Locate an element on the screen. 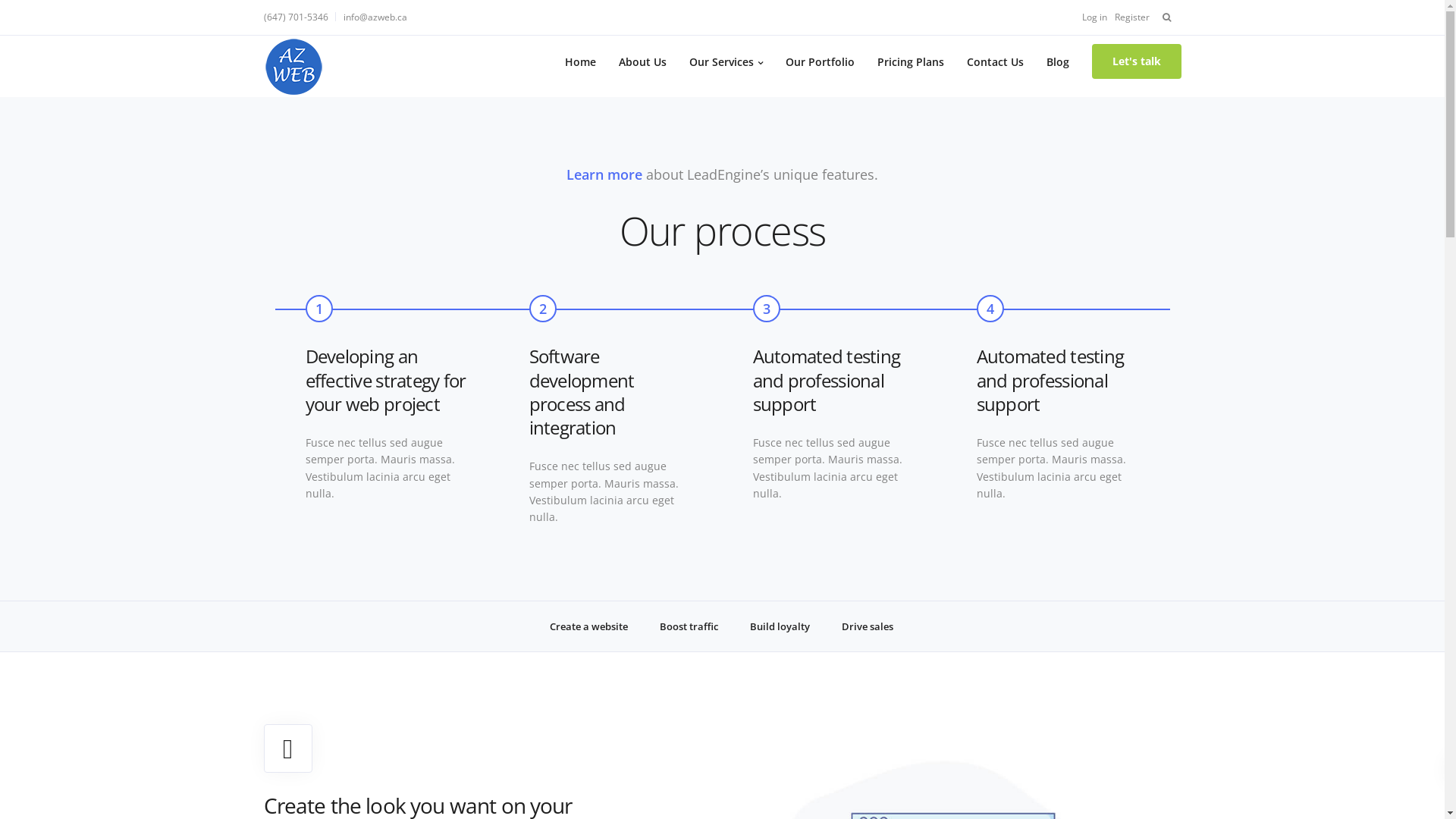  'Let's talk' is located at coordinates (1136, 61).